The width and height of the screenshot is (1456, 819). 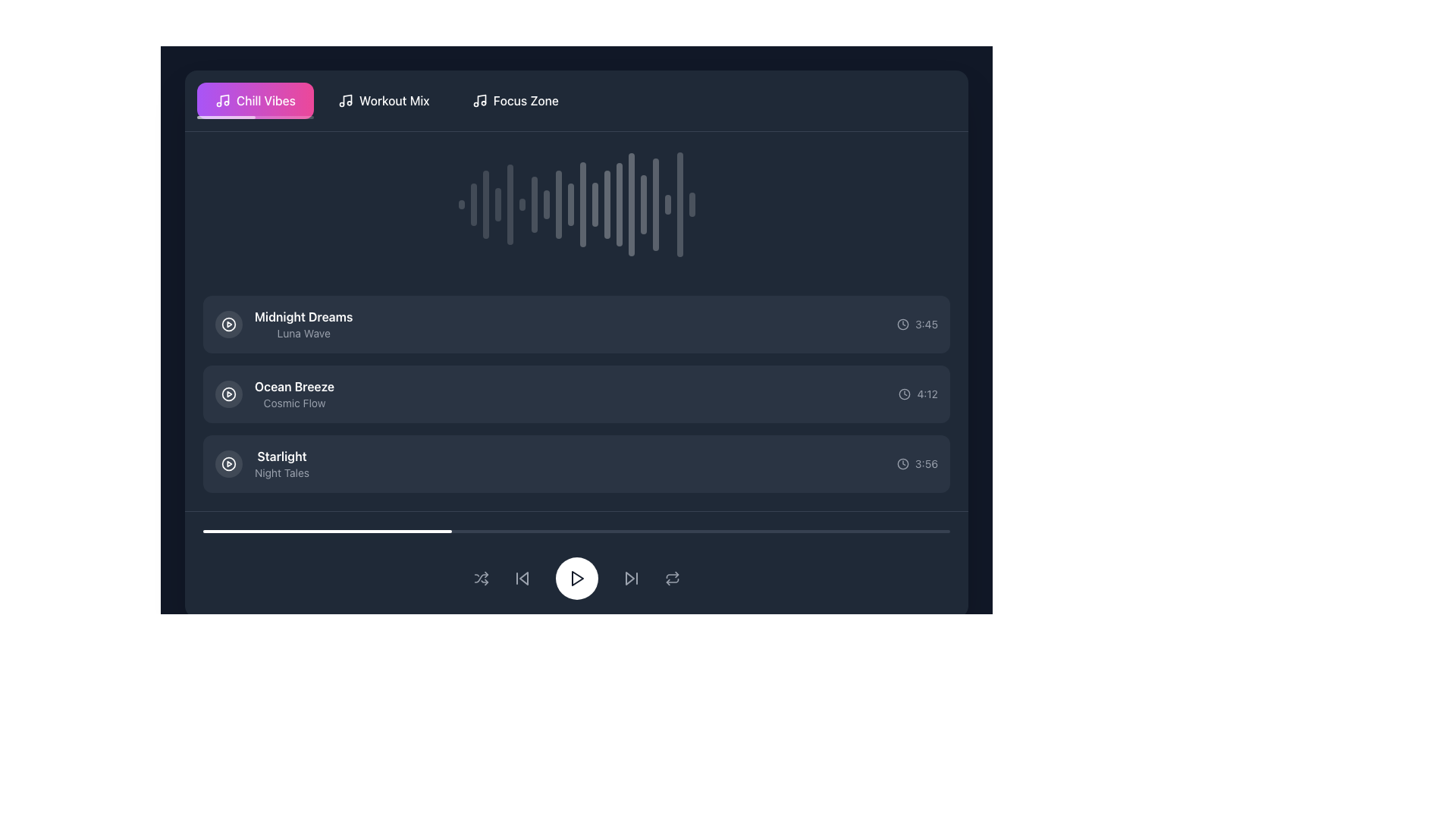 I want to click on the clock icon and text label element displaying '3:56', located at the end of the third list item in the displayed list, so click(x=916, y=463).